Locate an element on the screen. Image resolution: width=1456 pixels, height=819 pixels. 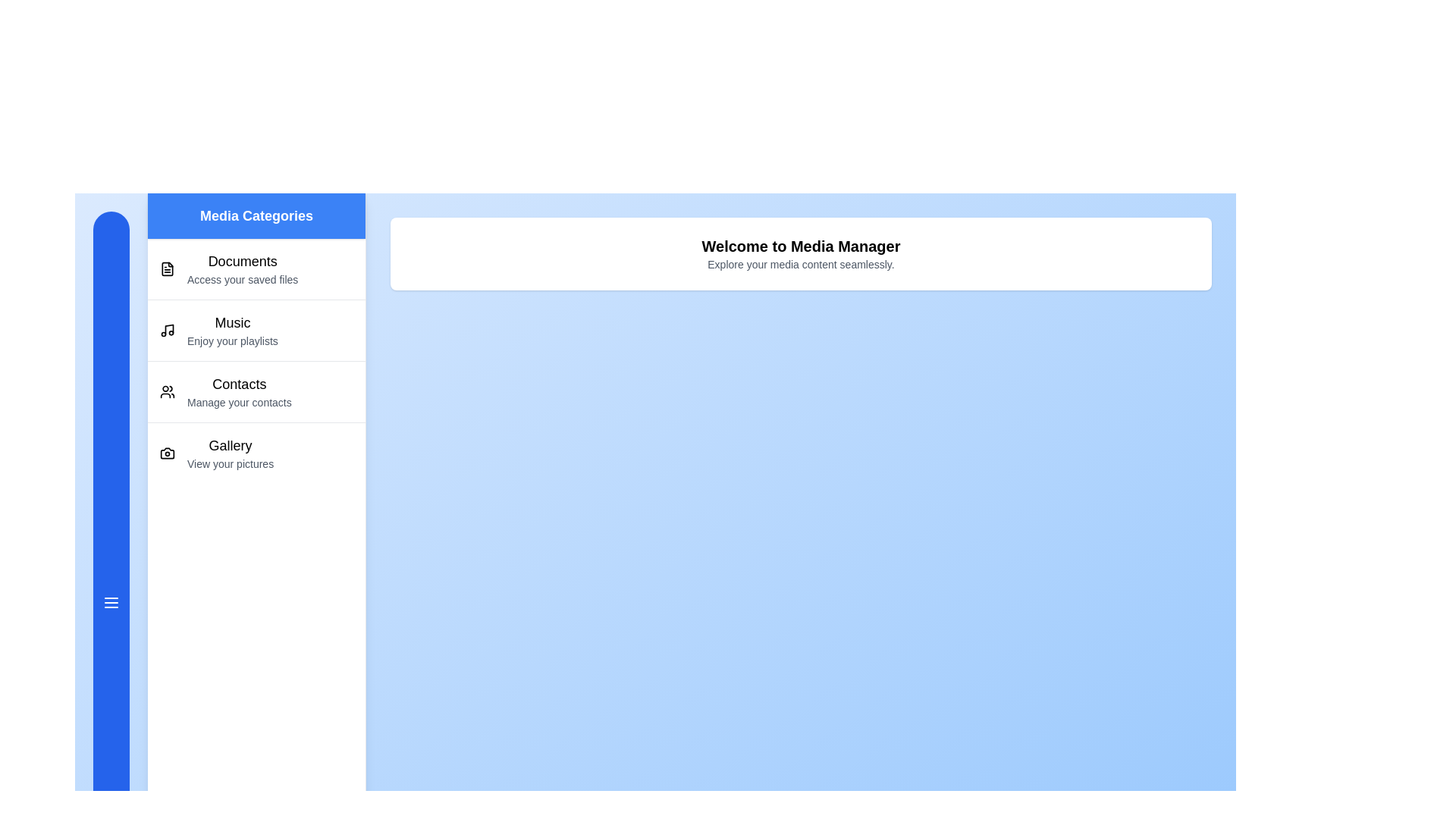
the menu button to toggle the drawer is located at coordinates (111, 601).